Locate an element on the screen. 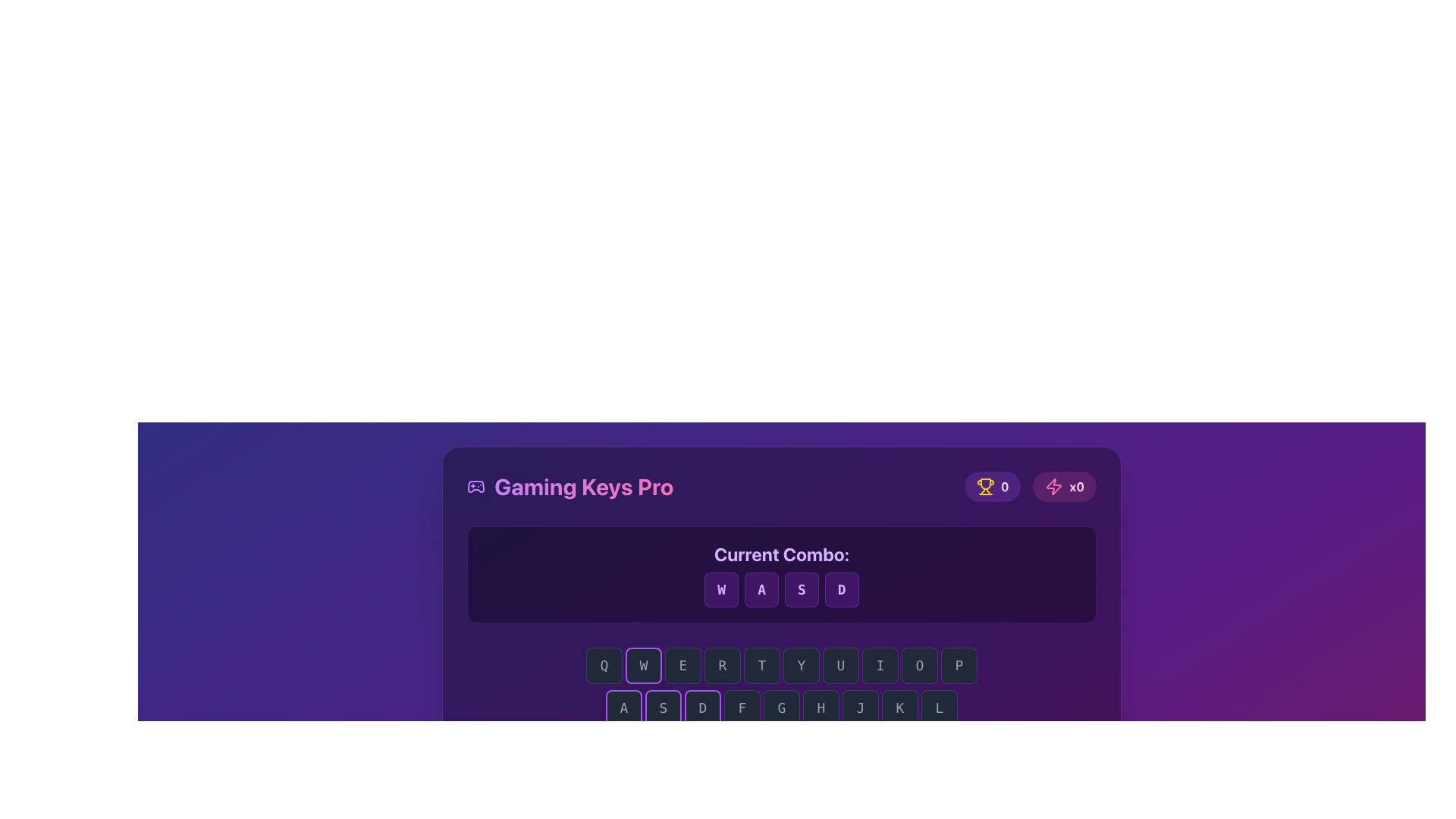 This screenshot has height=819, width=1456. the purple game controller icon with a star shape, which is located to the left of the 'Gaming Keys Pro' text is located at coordinates (475, 486).